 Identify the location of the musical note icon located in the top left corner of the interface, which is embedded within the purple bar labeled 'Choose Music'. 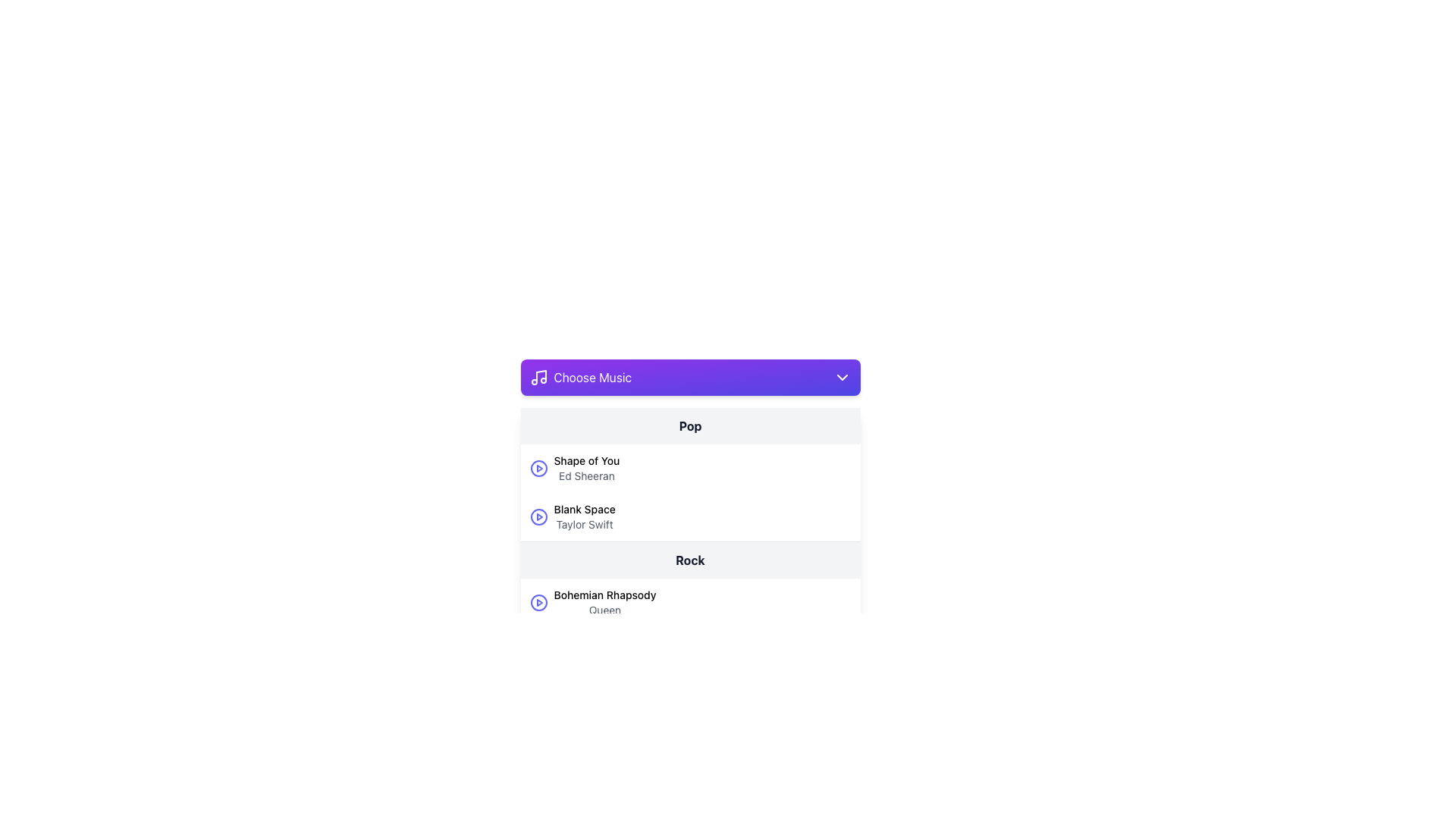
(541, 375).